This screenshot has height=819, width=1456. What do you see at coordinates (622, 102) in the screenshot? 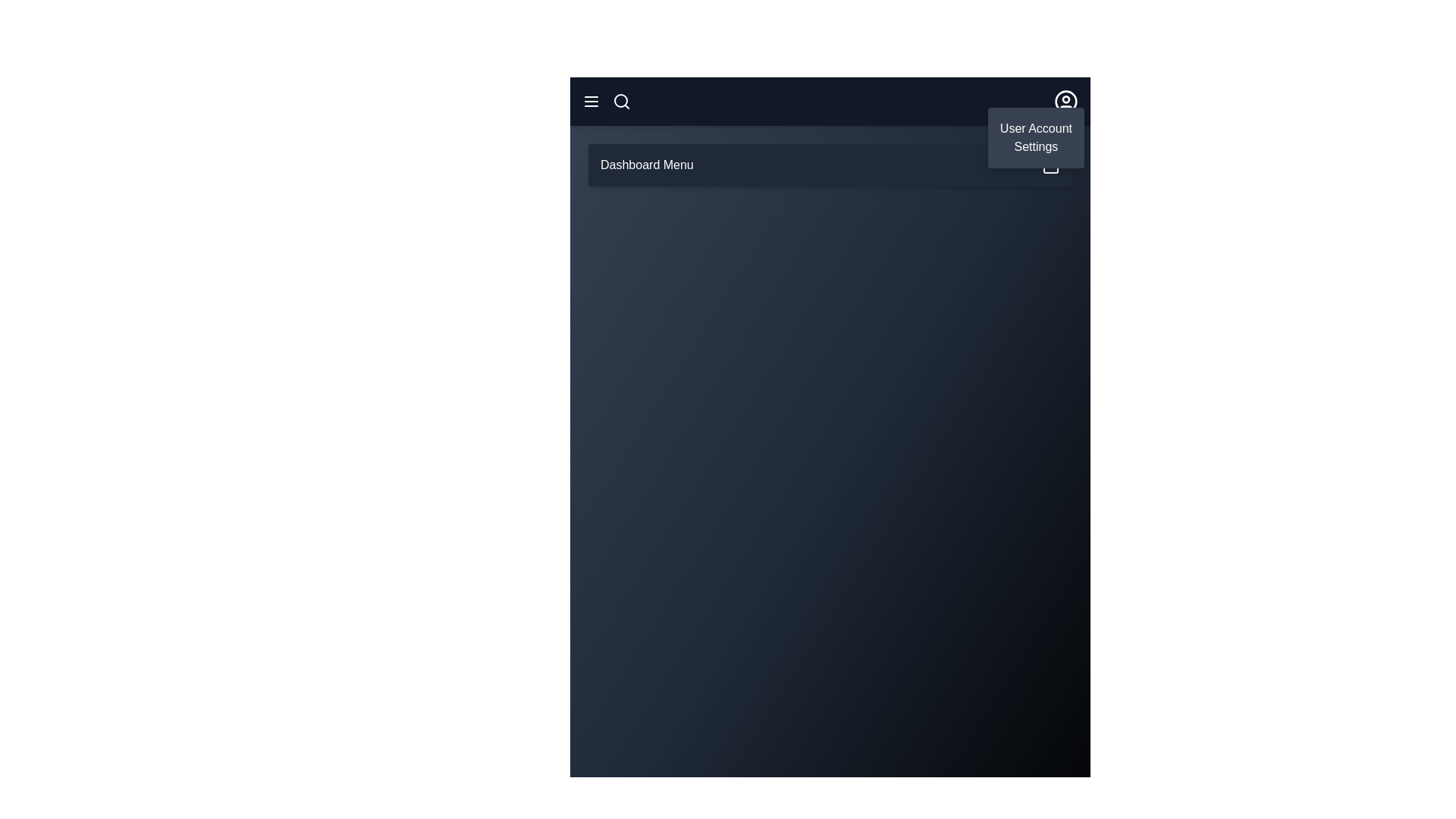
I see `the search icon to initiate a search` at bounding box center [622, 102].